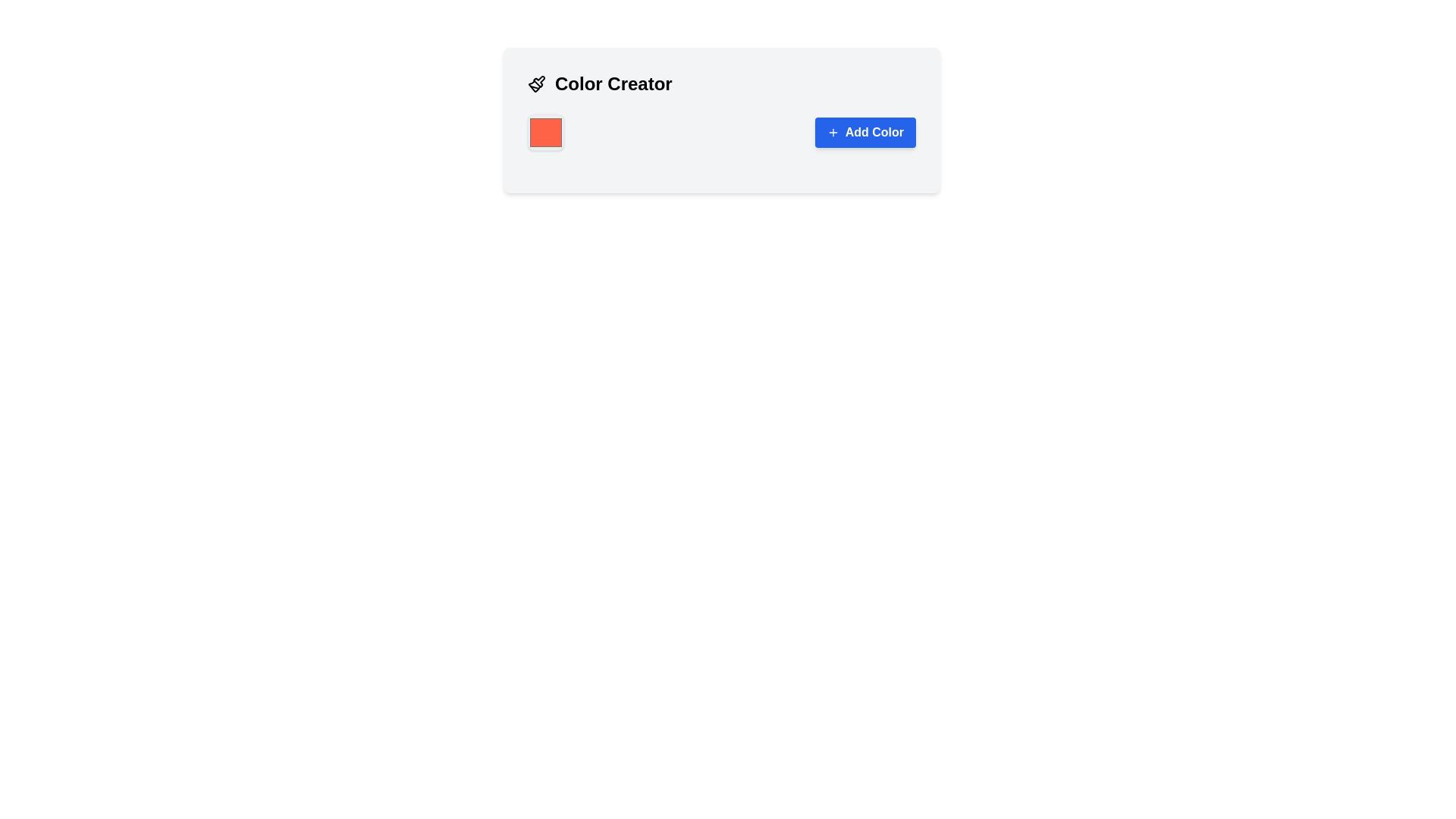 Image resolution: width=1456 pixels, height=819 pixels. Describe the element at coordinates (537, 84) in the screenshot. I see `the paintbrush icon located to the left of the 'Color Creator' text` at that location.